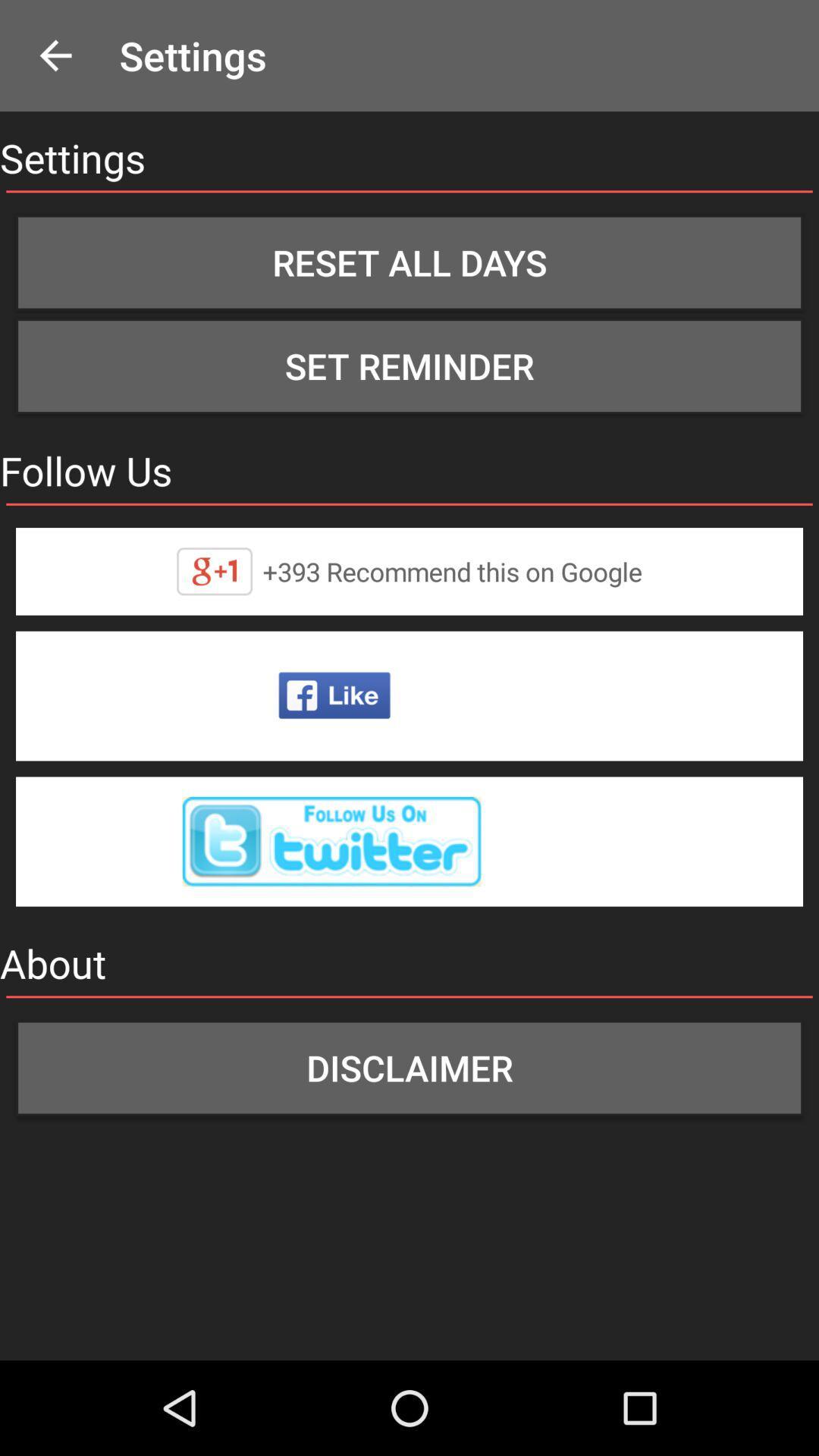  I want to click on the reset all days, so click(409, 262).